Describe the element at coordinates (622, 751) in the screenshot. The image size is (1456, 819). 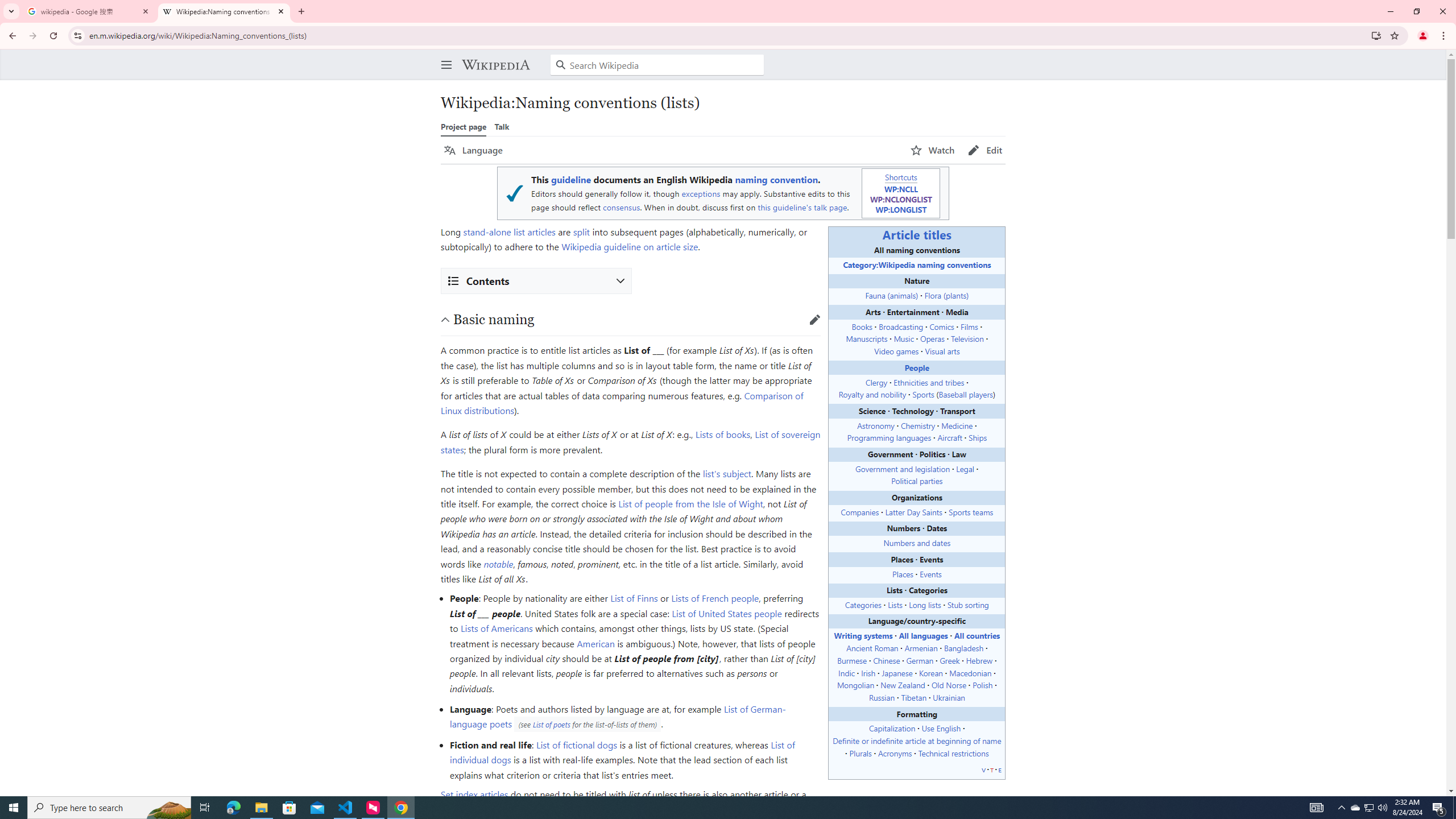
I see `'List of individual dogs'` at that location.